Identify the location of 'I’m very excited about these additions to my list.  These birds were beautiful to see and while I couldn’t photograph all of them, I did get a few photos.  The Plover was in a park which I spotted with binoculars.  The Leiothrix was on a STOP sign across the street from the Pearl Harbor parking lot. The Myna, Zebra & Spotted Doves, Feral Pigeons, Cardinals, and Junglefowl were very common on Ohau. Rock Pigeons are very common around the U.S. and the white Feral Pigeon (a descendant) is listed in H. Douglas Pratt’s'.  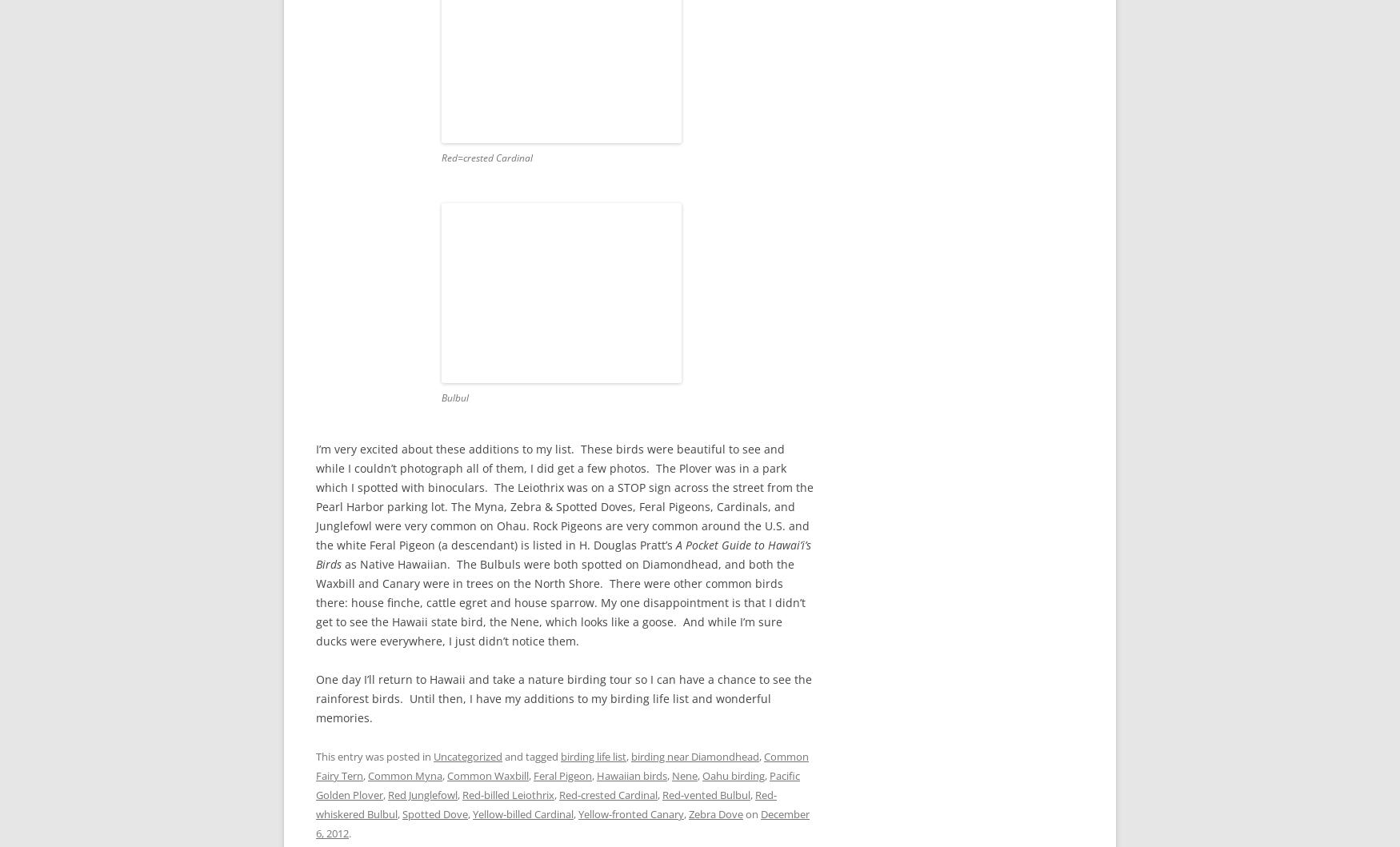
(564, 496).